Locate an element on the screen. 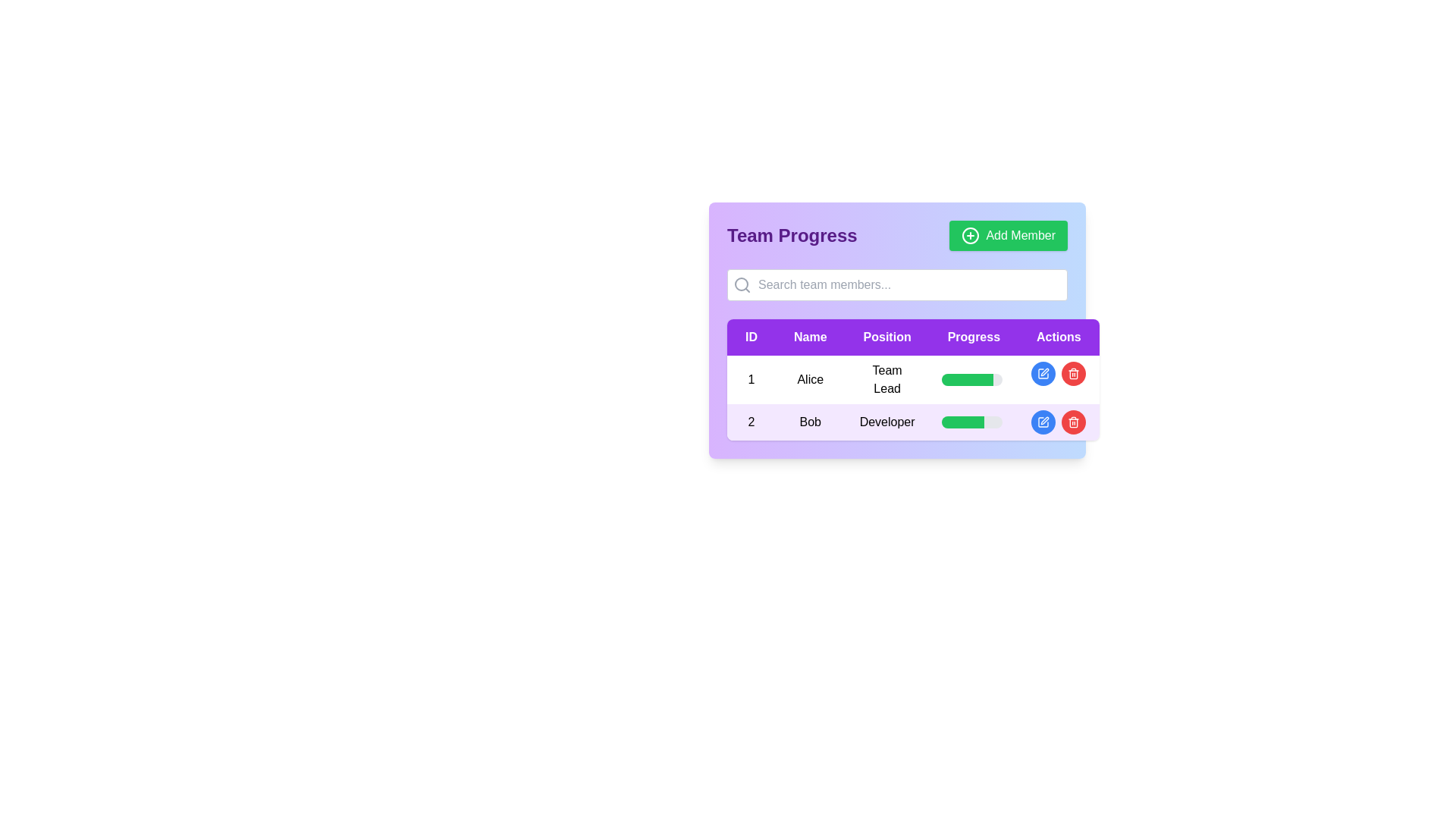 The width and height of the screenshot is (1456, 819). the progress bar associated with Bob in the 'Progress' column of the table, located between the 'Position' and 'Actions' columns is located at coordinates (971, 422).